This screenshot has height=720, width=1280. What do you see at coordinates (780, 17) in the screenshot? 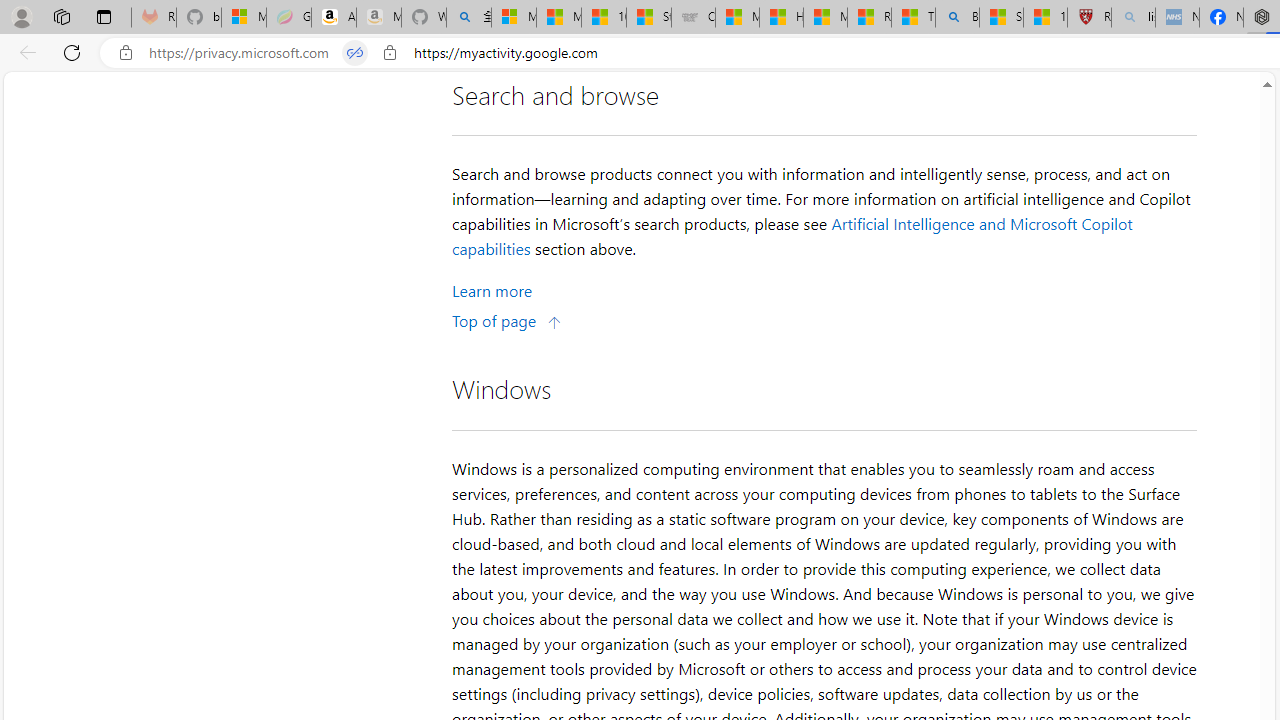
I see `'How I Got Rid of Microsoft Edge'` at bounding box center [780, 17].